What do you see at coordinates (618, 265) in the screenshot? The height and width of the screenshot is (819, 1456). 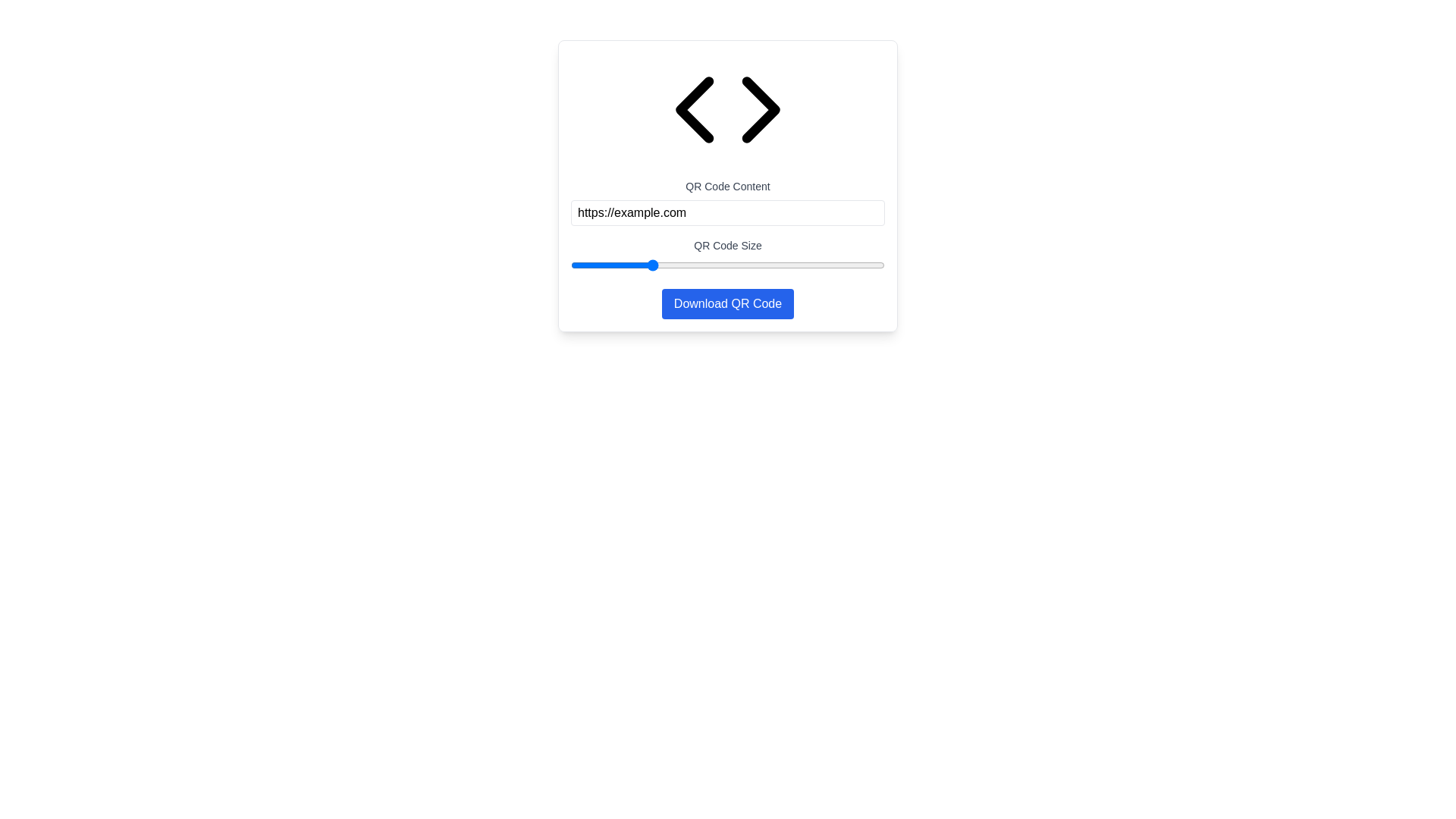 I see `the QR code size` at bounding box center [618, 265].